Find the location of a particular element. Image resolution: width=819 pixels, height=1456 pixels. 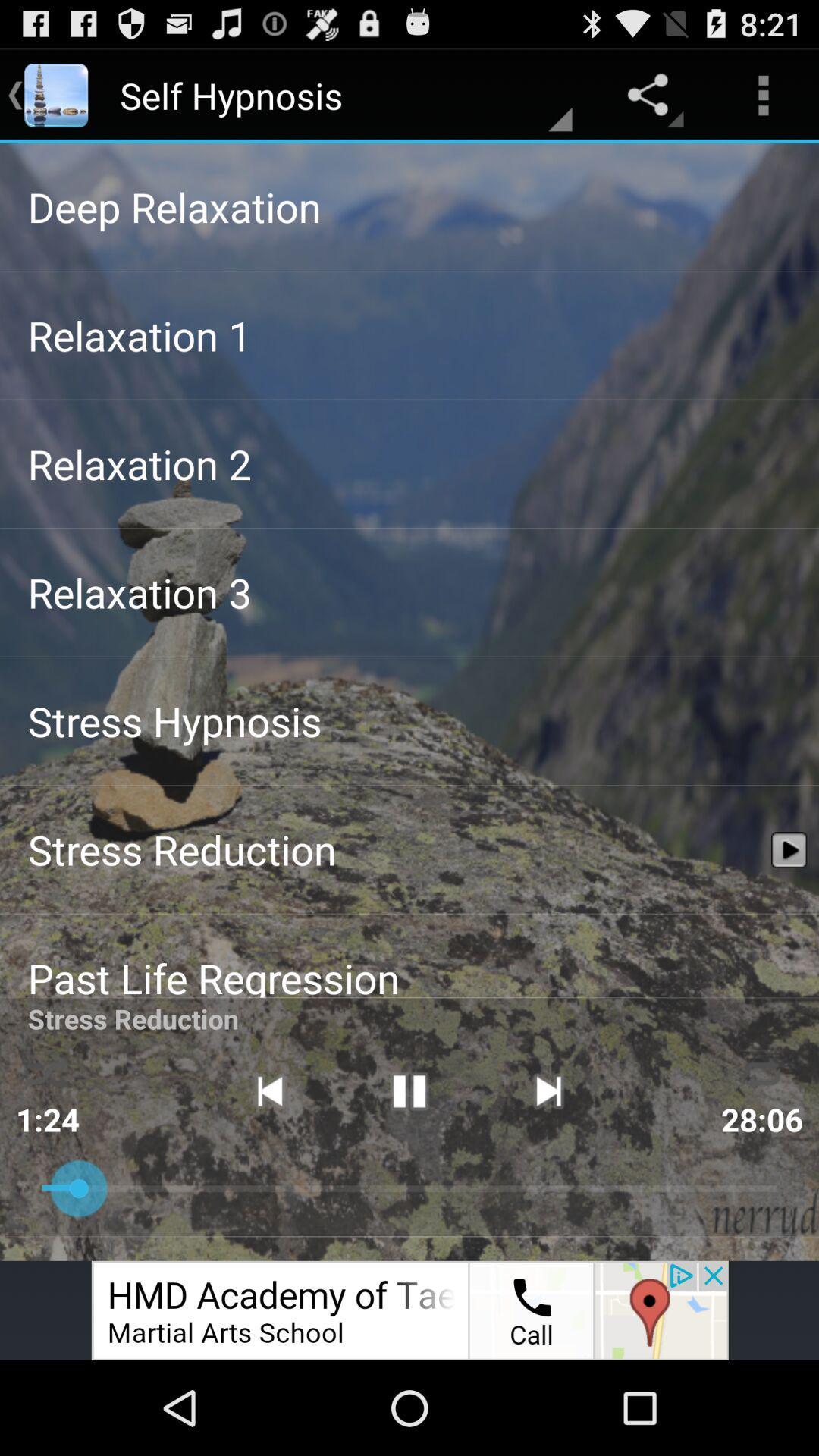

open advertisement is located at coordinates (409, 1310).